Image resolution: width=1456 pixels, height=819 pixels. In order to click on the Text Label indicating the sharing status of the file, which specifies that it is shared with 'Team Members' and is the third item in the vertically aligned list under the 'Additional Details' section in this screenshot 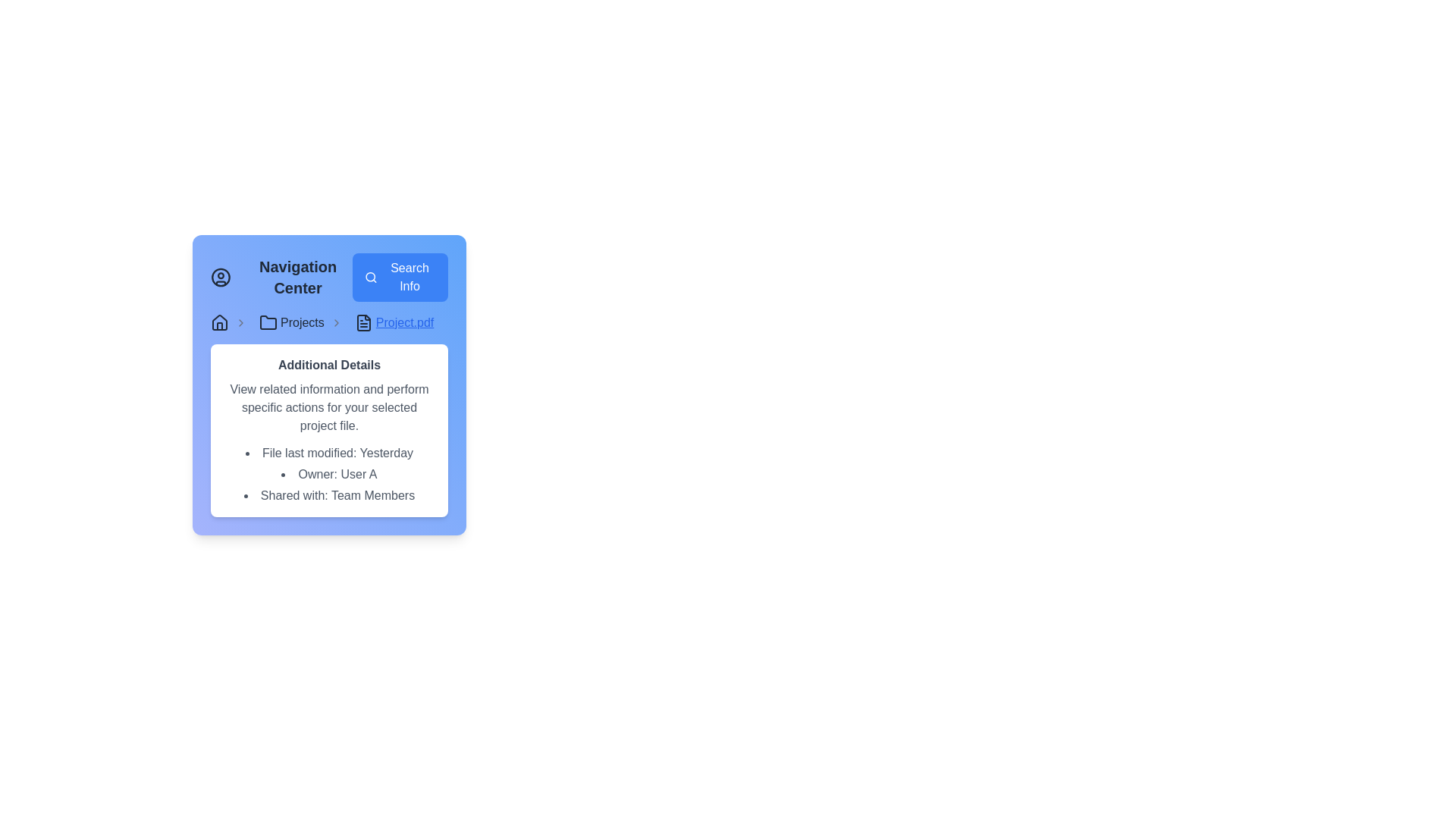, I will do `click(328, 496)`.